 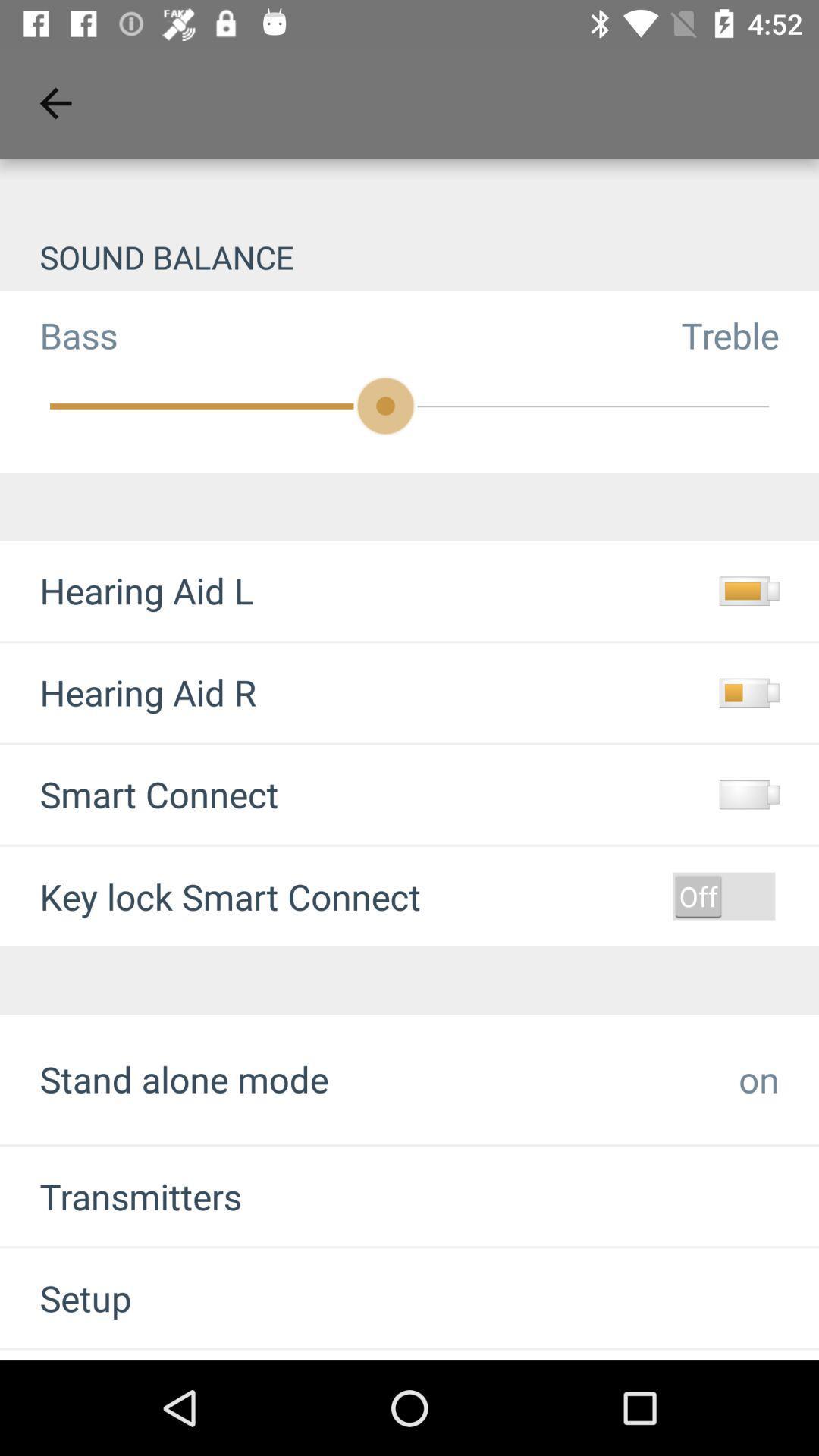 I want to click on the item next to treble icon, so click(x=58, y=334).